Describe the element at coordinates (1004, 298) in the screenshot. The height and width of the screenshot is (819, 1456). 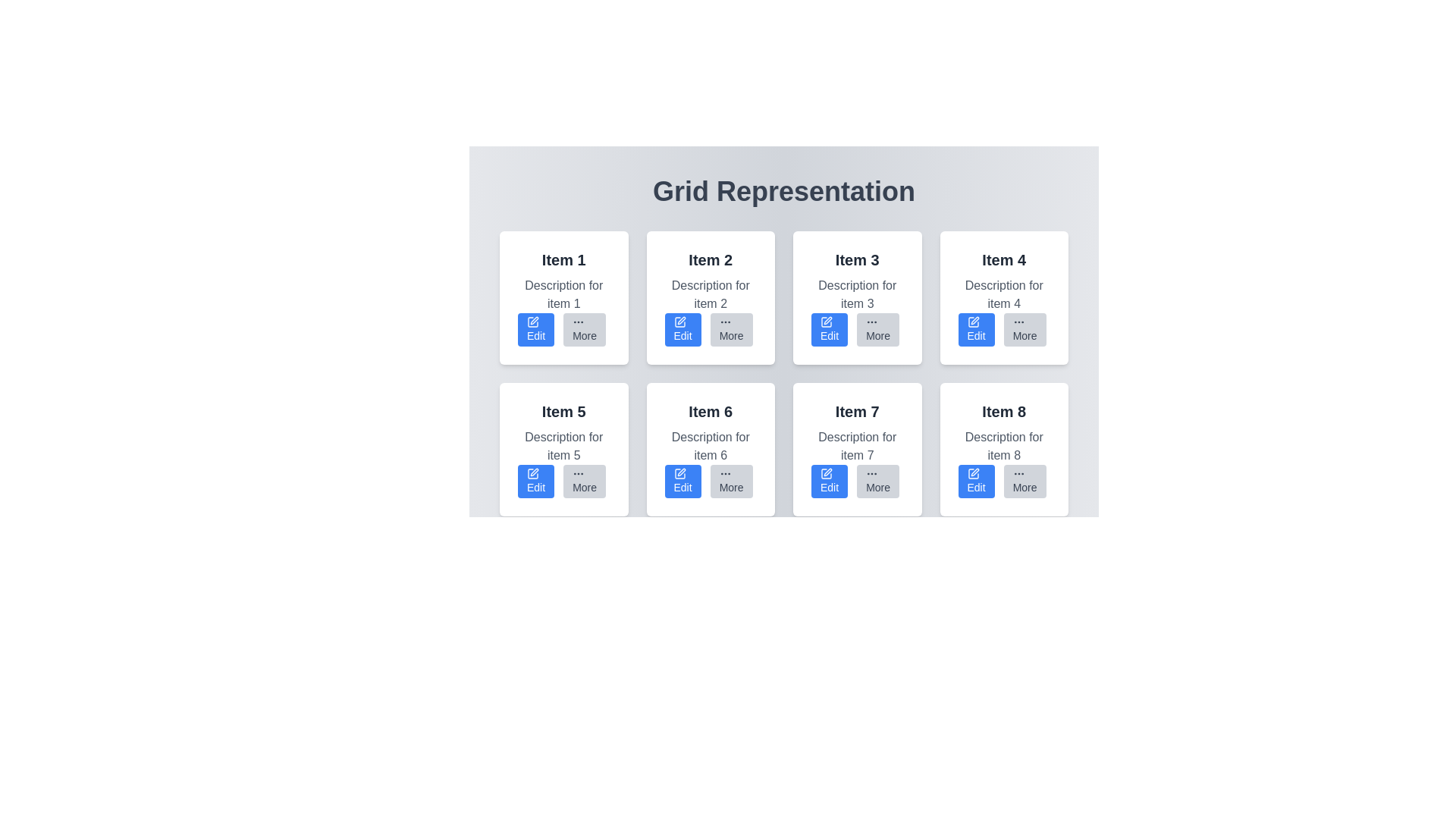
I see `the 'More' button on the Card titled 'Item 4', which is located in the first row, fourth column of the grid layout` at that location.